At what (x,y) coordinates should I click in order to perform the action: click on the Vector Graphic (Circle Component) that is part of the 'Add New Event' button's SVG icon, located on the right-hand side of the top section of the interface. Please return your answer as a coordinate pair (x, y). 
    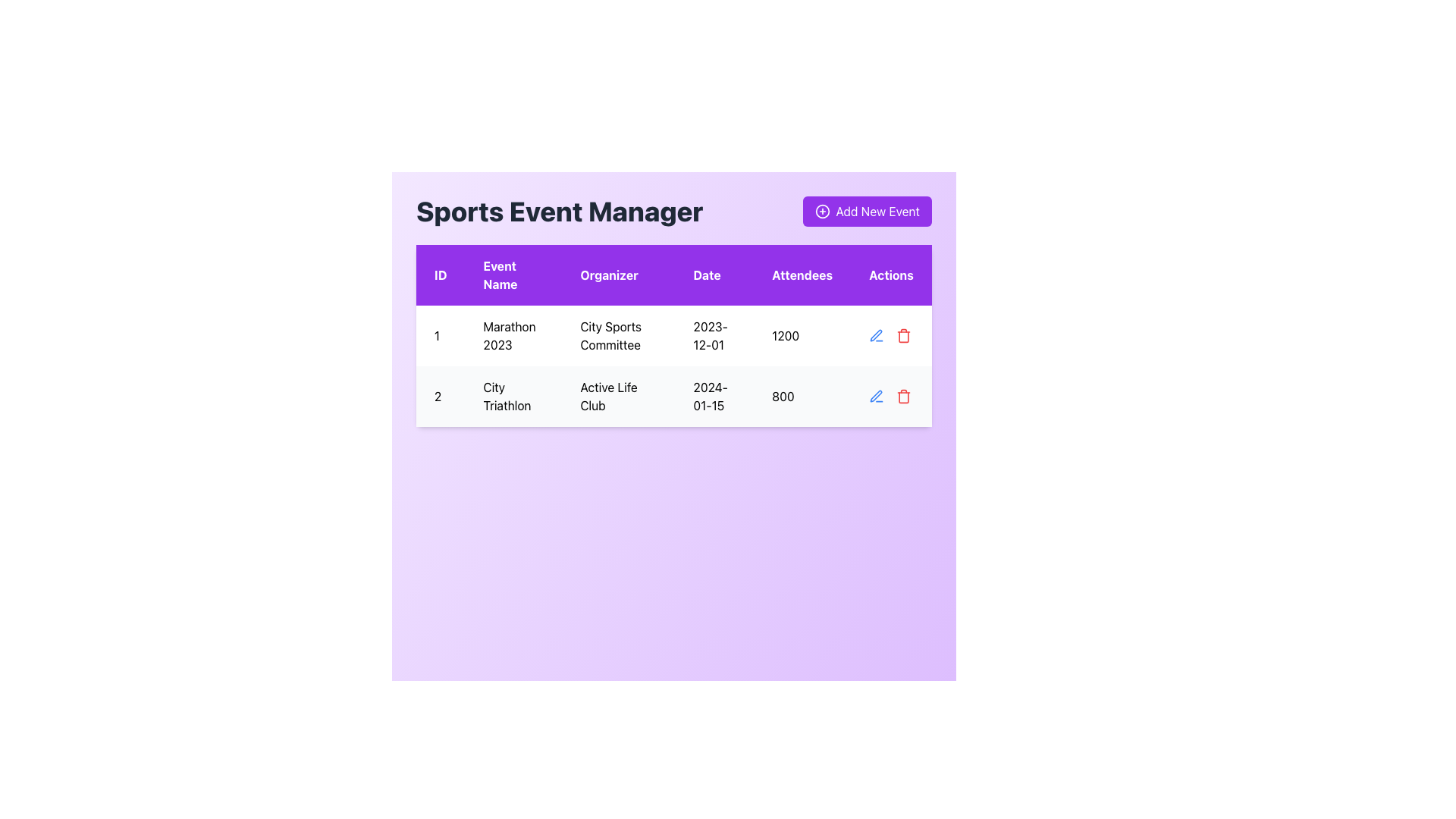
    Looking at the image, I should click on (821, 211).